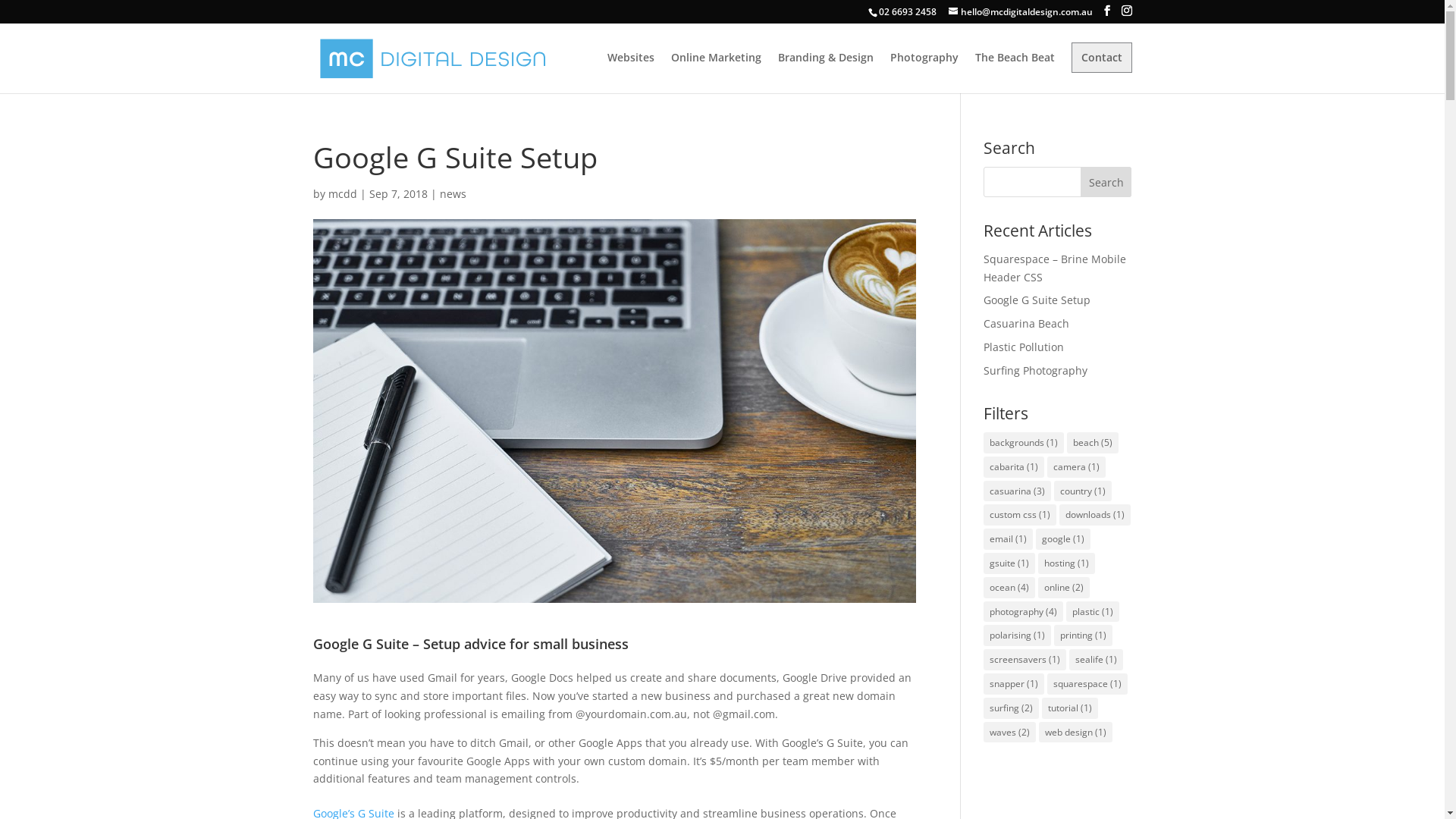 The width and height of the screenshot is (1456, 819). Describe the element at coordinates (983, 300) in the screenshot. I see `'Google G Suite Setup'` at that location.